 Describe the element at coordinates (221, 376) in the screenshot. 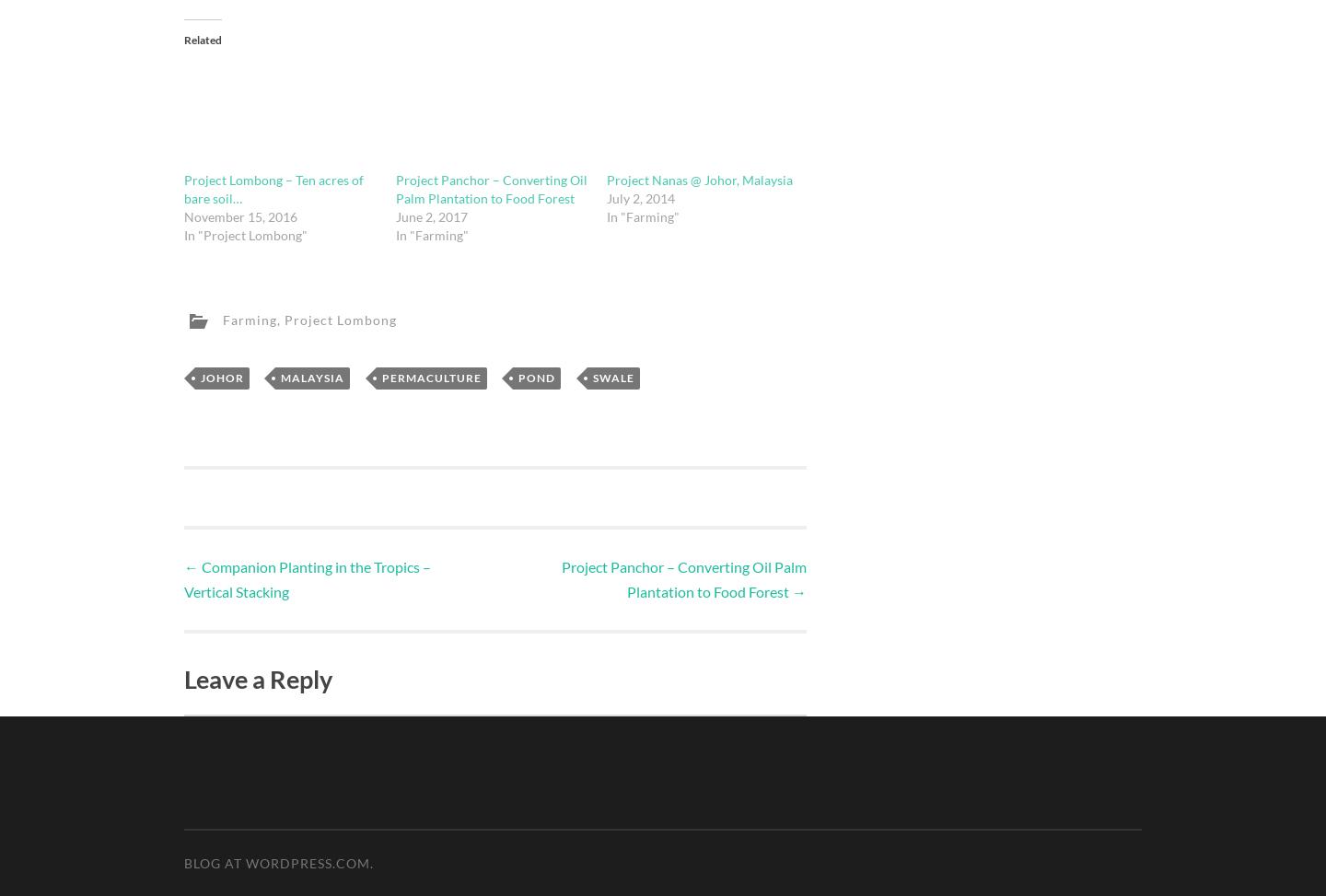

I see `'Johor'` at that location.